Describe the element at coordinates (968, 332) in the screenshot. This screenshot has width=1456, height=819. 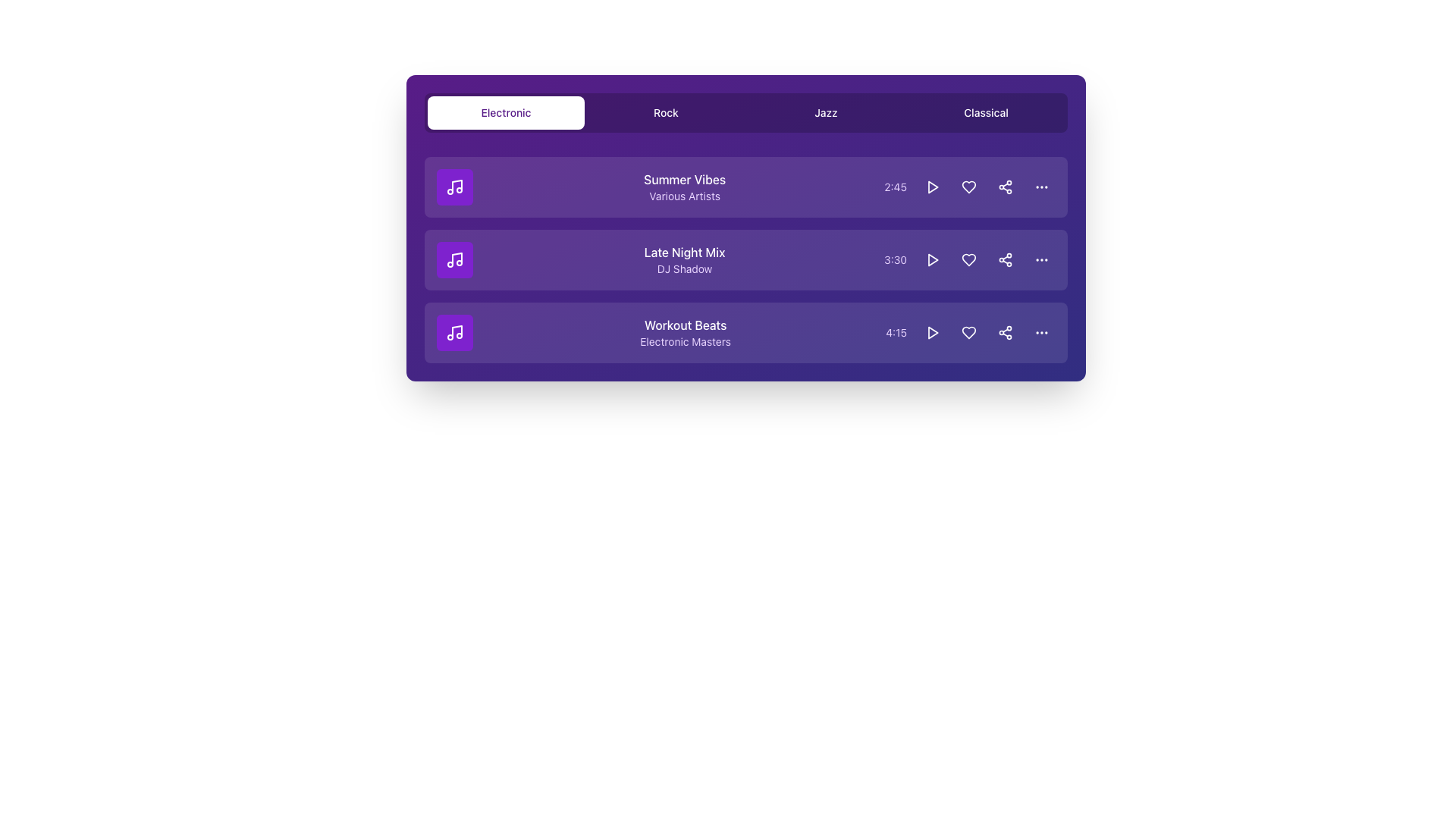
I see `the heart-shaped icon button, which is a minimalistic outlined design located in the action column of the third item in a vertical list` at that location.